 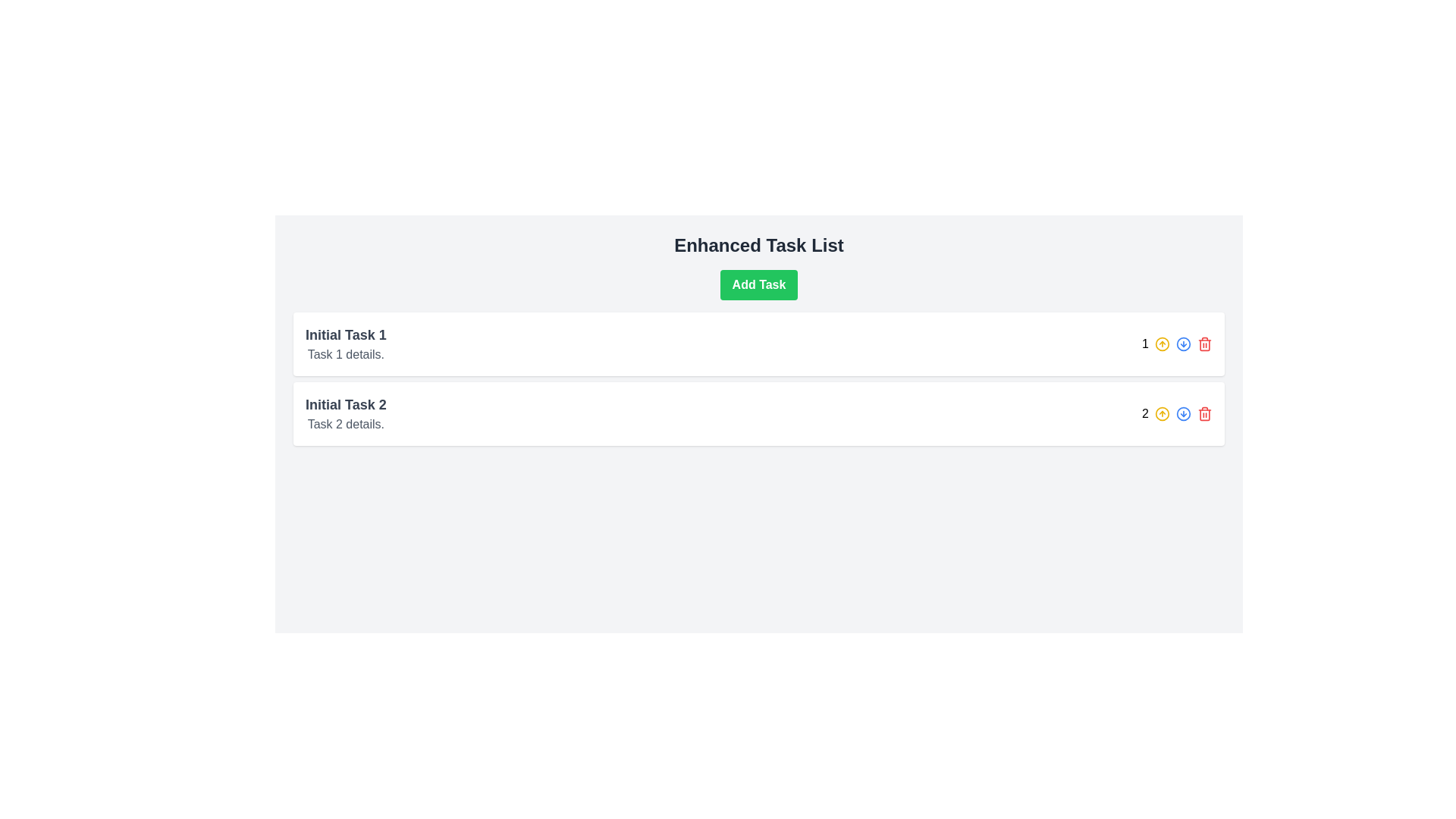 What do you see at coordinates (345, 424) in the screenshot?
I see `the text element displaying 'Task 2 details.' which is styled with a gray font and located immediately below 'Initial Task 2.'` at bounding box center [345, 424].